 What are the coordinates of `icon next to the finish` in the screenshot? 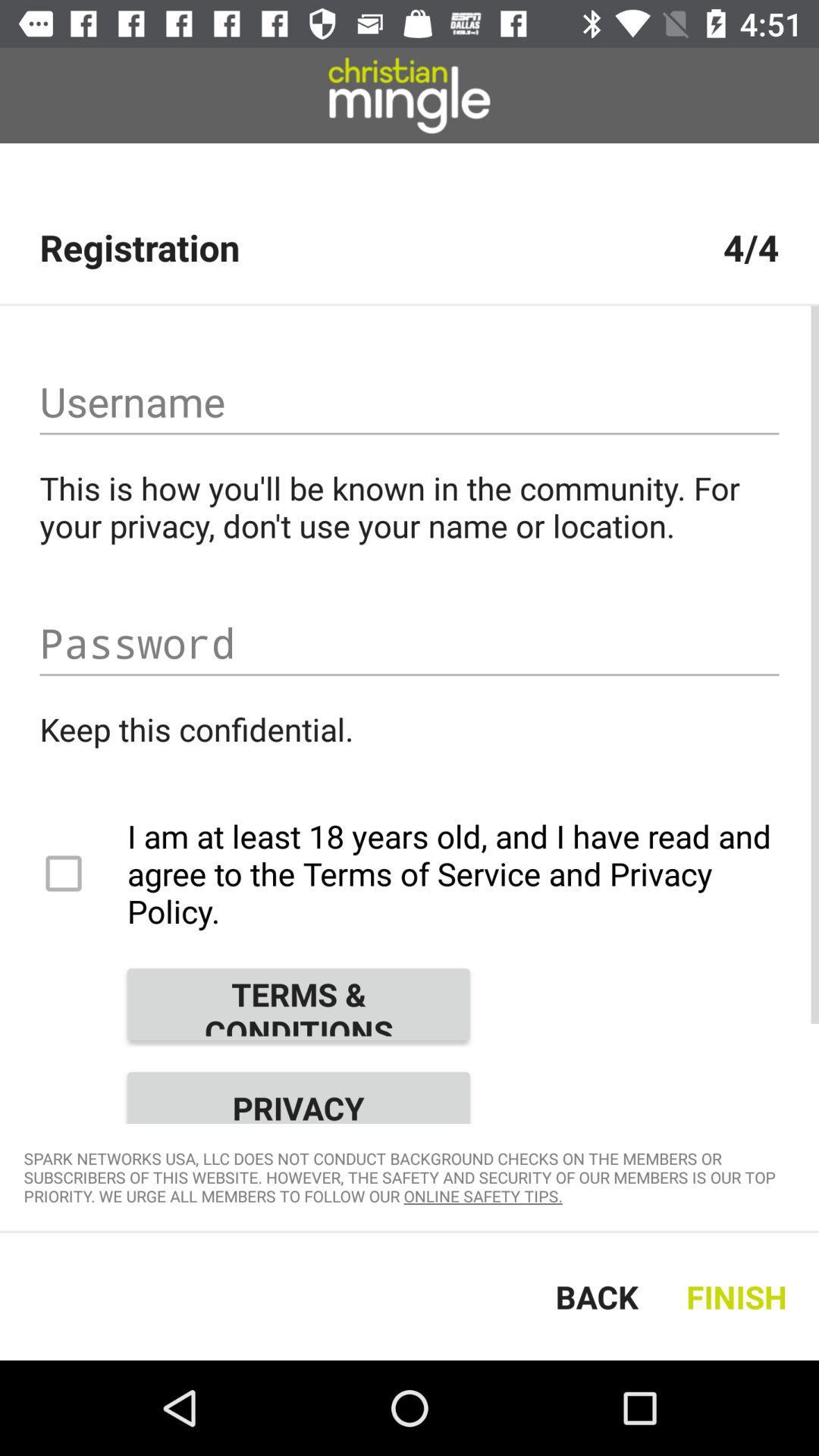 It's located at (596, 1295).